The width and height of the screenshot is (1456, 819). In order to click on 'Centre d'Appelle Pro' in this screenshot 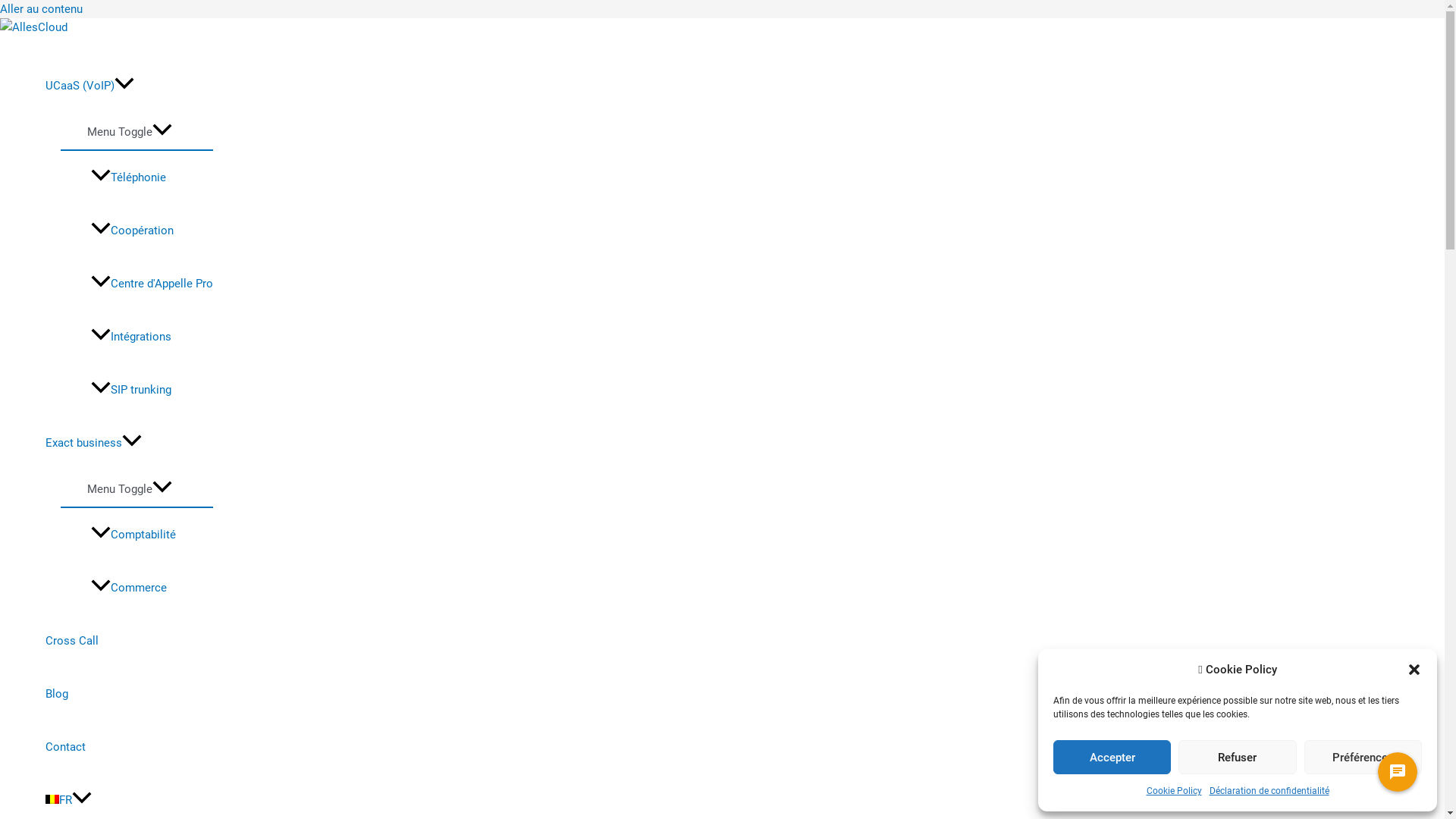, I will do `click(152, 284)`.